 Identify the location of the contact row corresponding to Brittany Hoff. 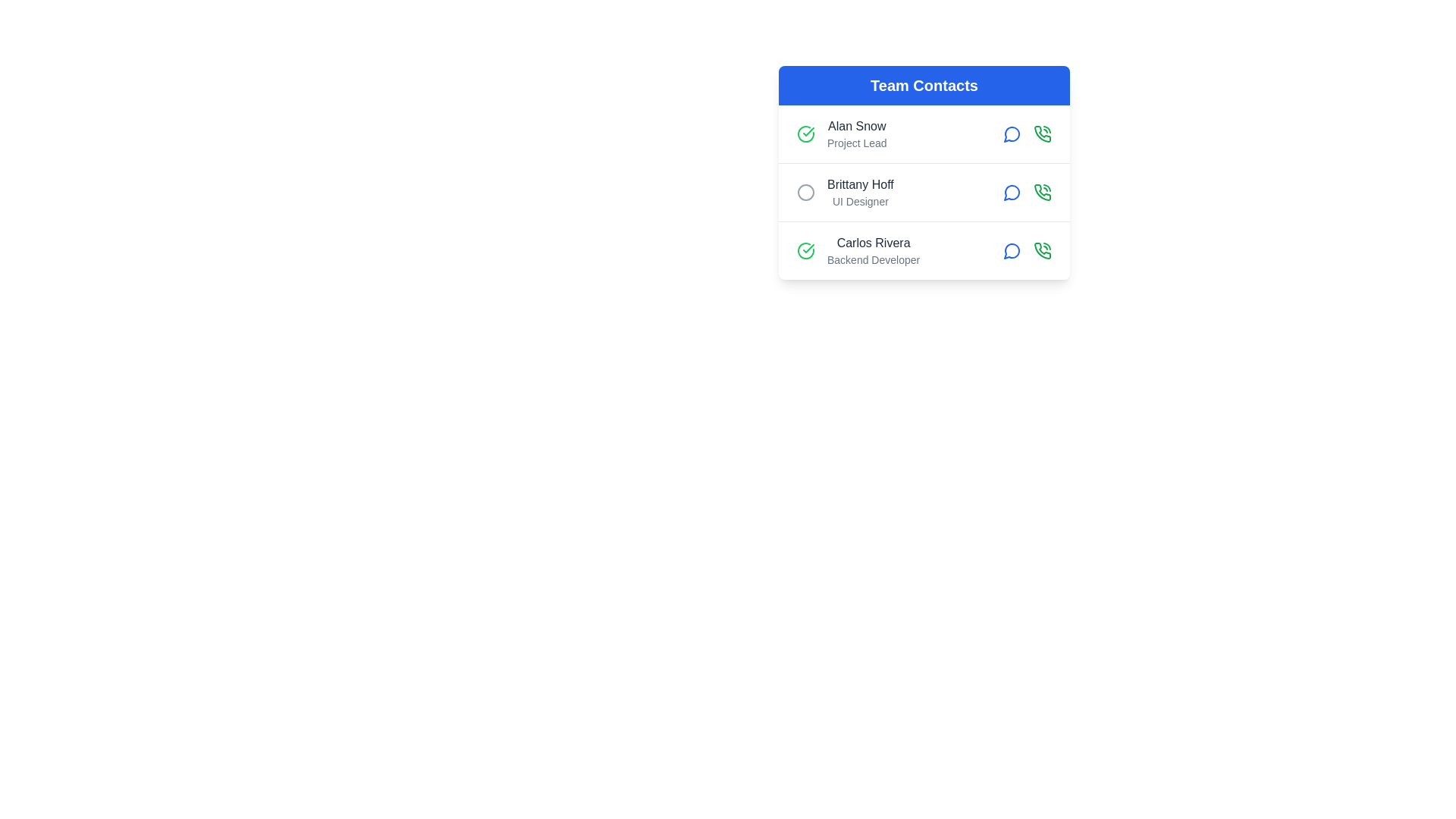
(924, 191).